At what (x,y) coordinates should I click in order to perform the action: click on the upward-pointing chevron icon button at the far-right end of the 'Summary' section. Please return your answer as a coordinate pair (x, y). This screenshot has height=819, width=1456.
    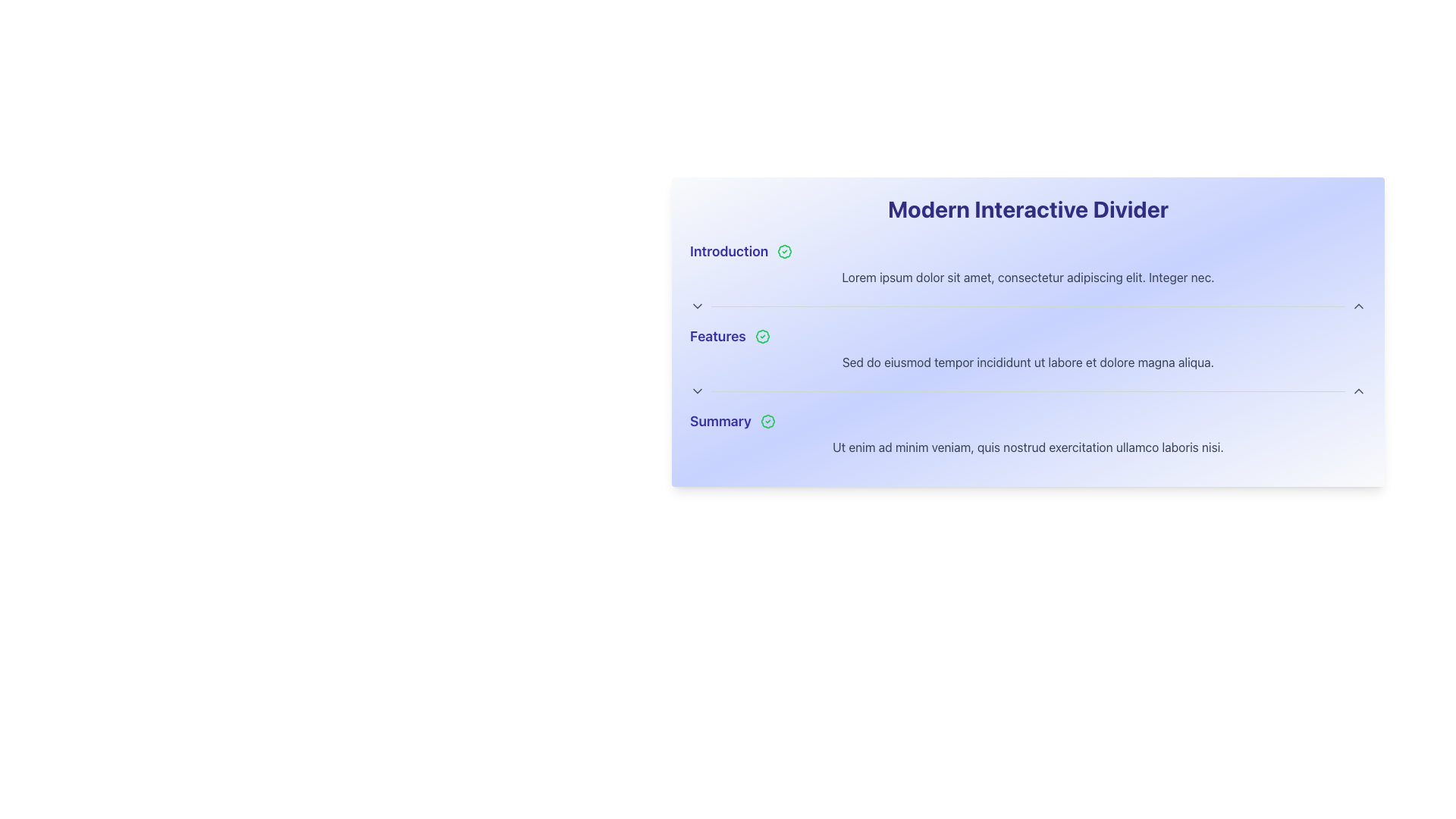
    Looking at the image, I should click on (1358, 391).